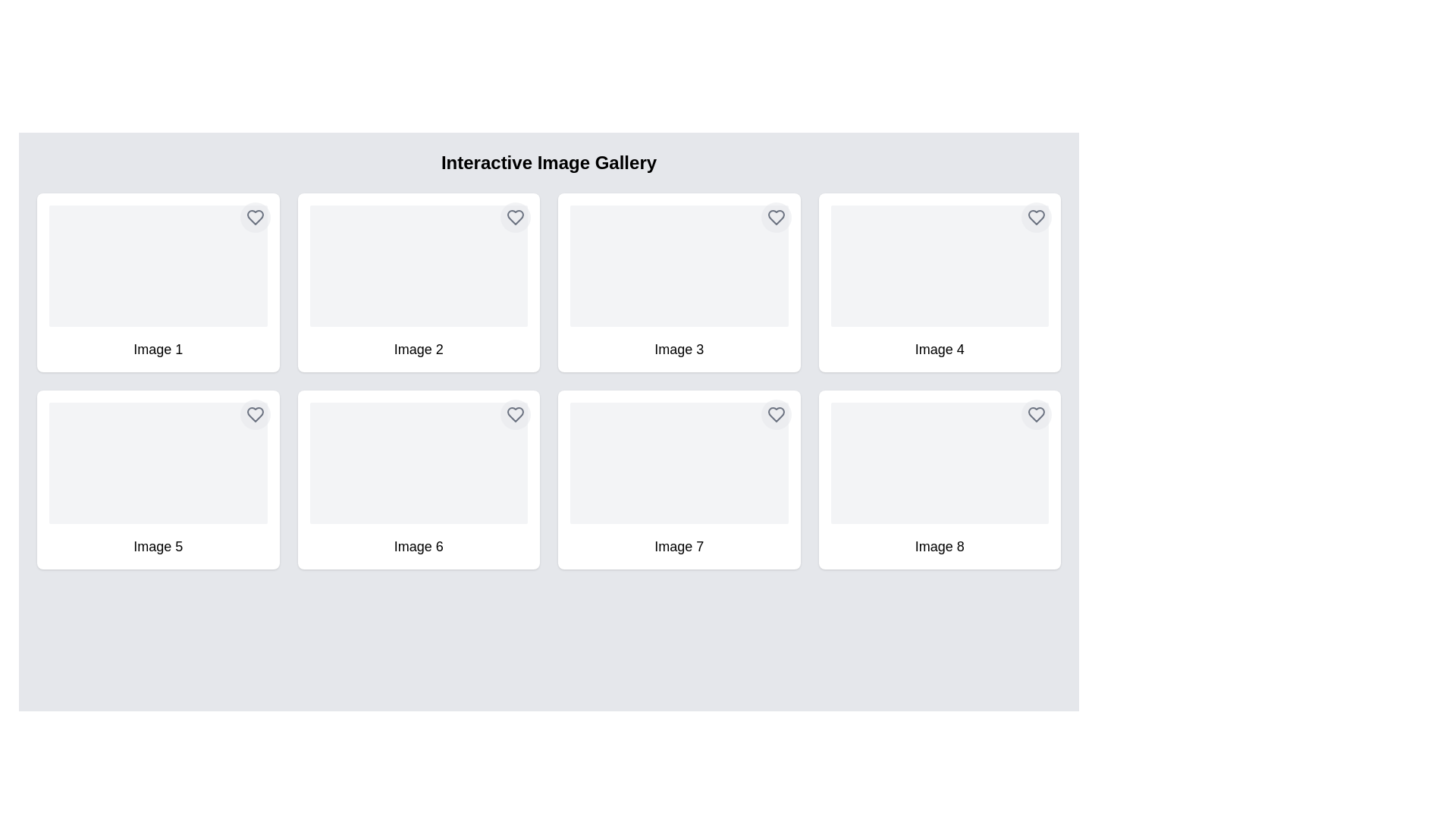 The image size is (1456, 819). Describe the element at coordinates (776, 415) in the screenshot. I see `the heart-shaped icon located in the upper-right corner of the interactive card representing 'Image 7'` at that location.